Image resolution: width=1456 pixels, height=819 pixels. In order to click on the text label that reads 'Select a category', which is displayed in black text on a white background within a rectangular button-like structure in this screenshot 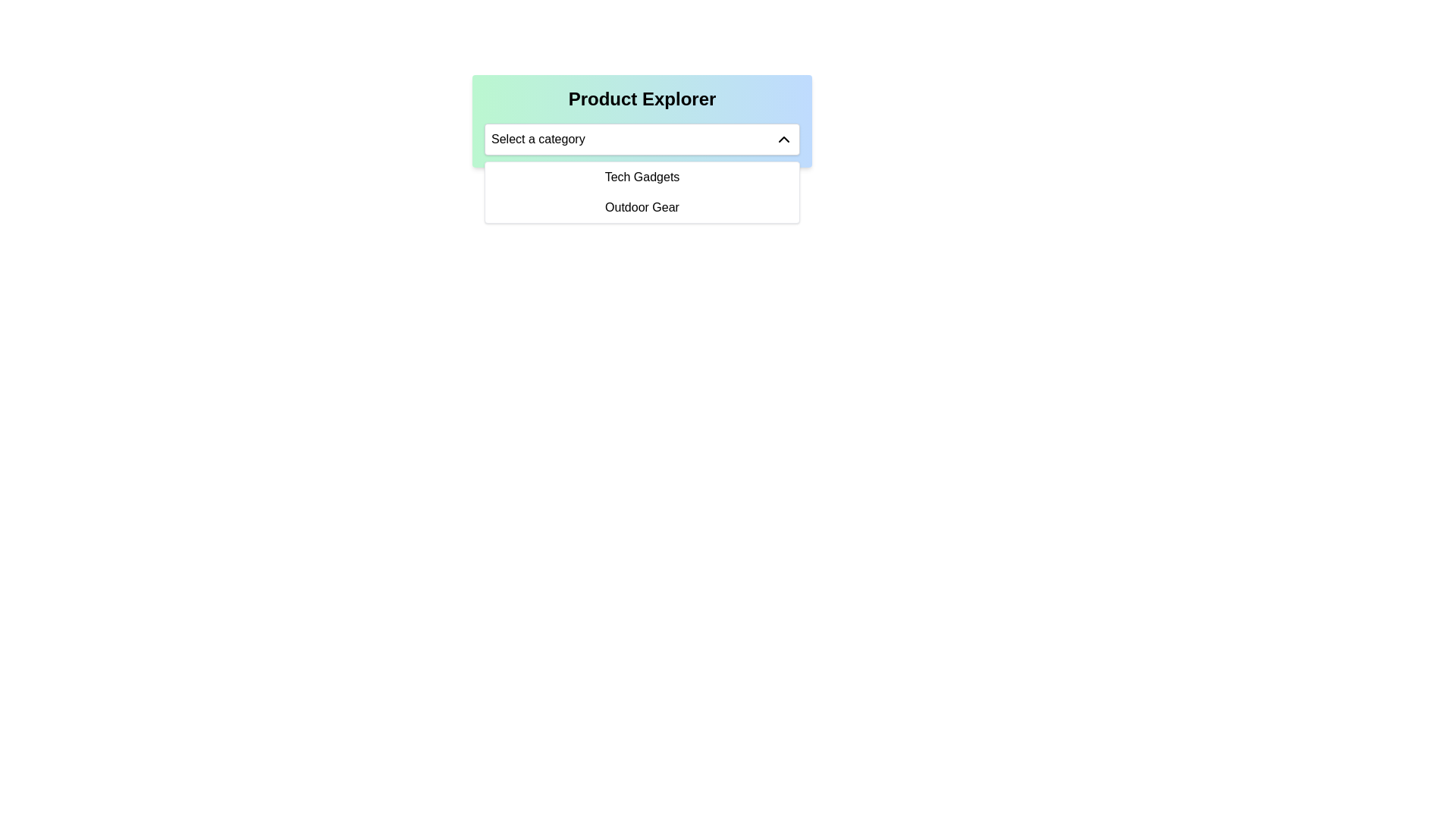, I will do `click(538, 140)`.